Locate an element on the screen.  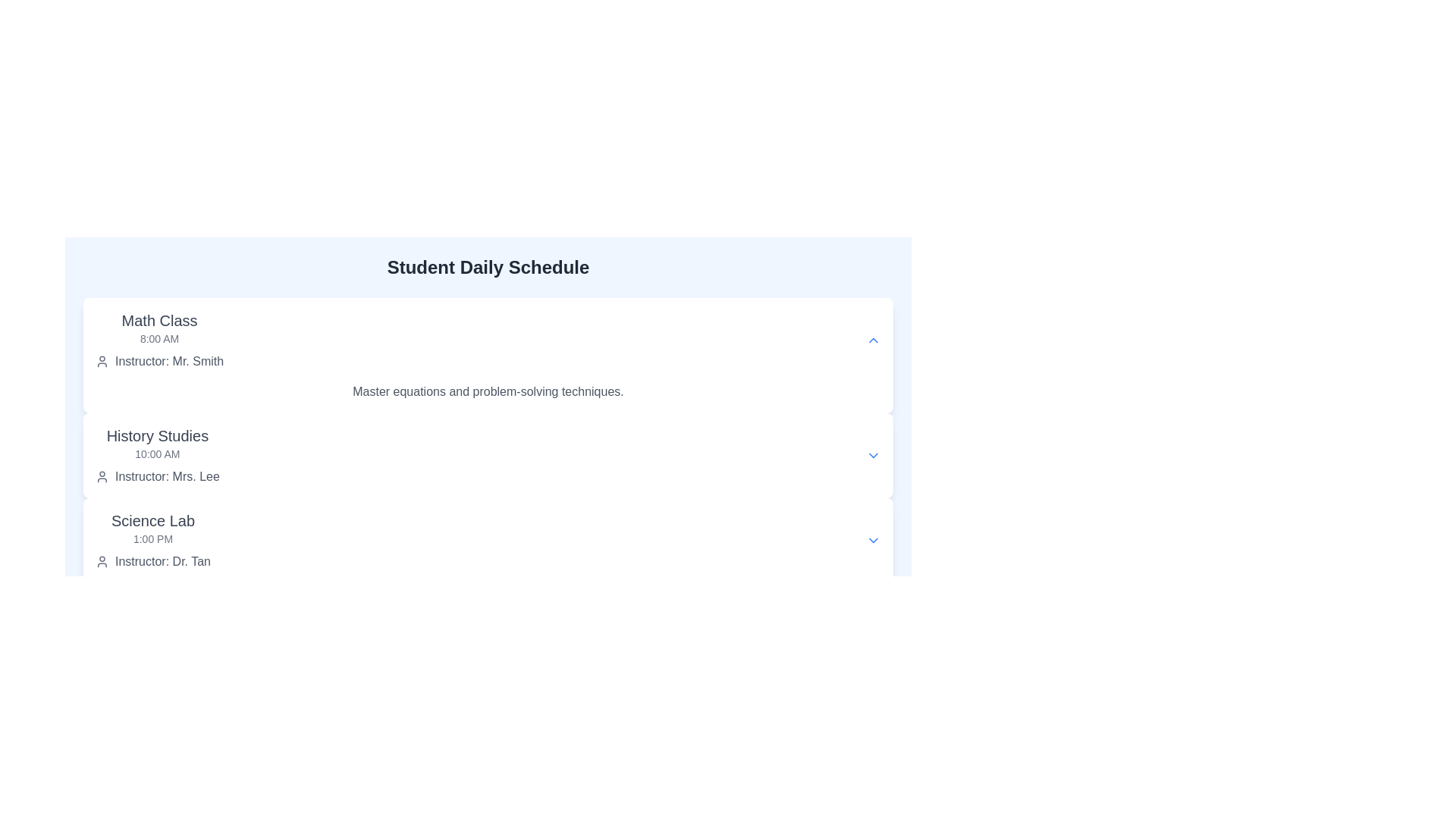
the text label 'Instructor: Dr. Tan' styled in gray font, located in the Science Lab section of the class schedule, situated to the right of the user icon and below the '1:00 PM' time indication is located at coordinates (163, 561).